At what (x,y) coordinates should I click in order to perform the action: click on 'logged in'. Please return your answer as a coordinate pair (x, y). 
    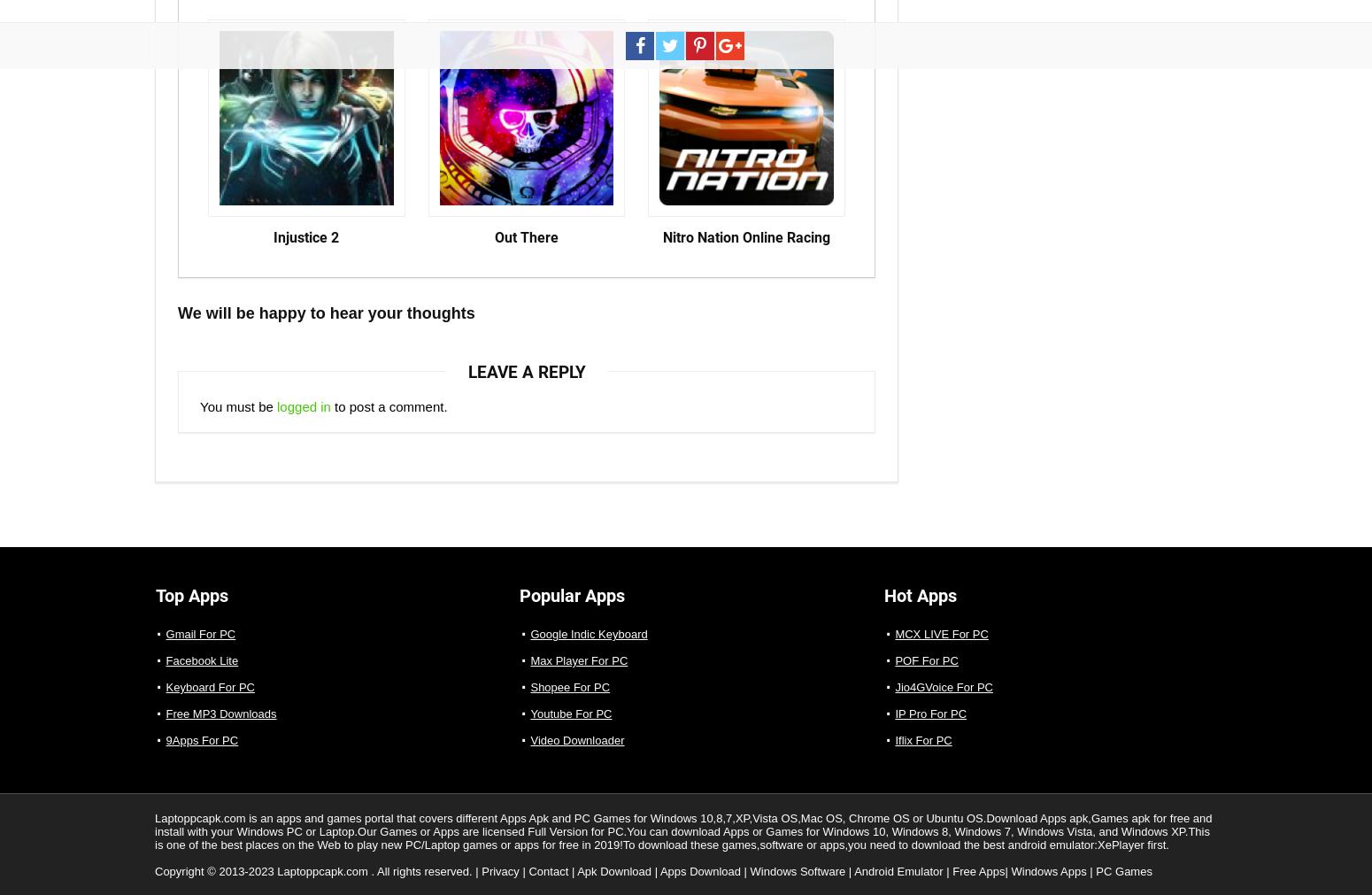
    Looking at the image, I should click on (303, 405).